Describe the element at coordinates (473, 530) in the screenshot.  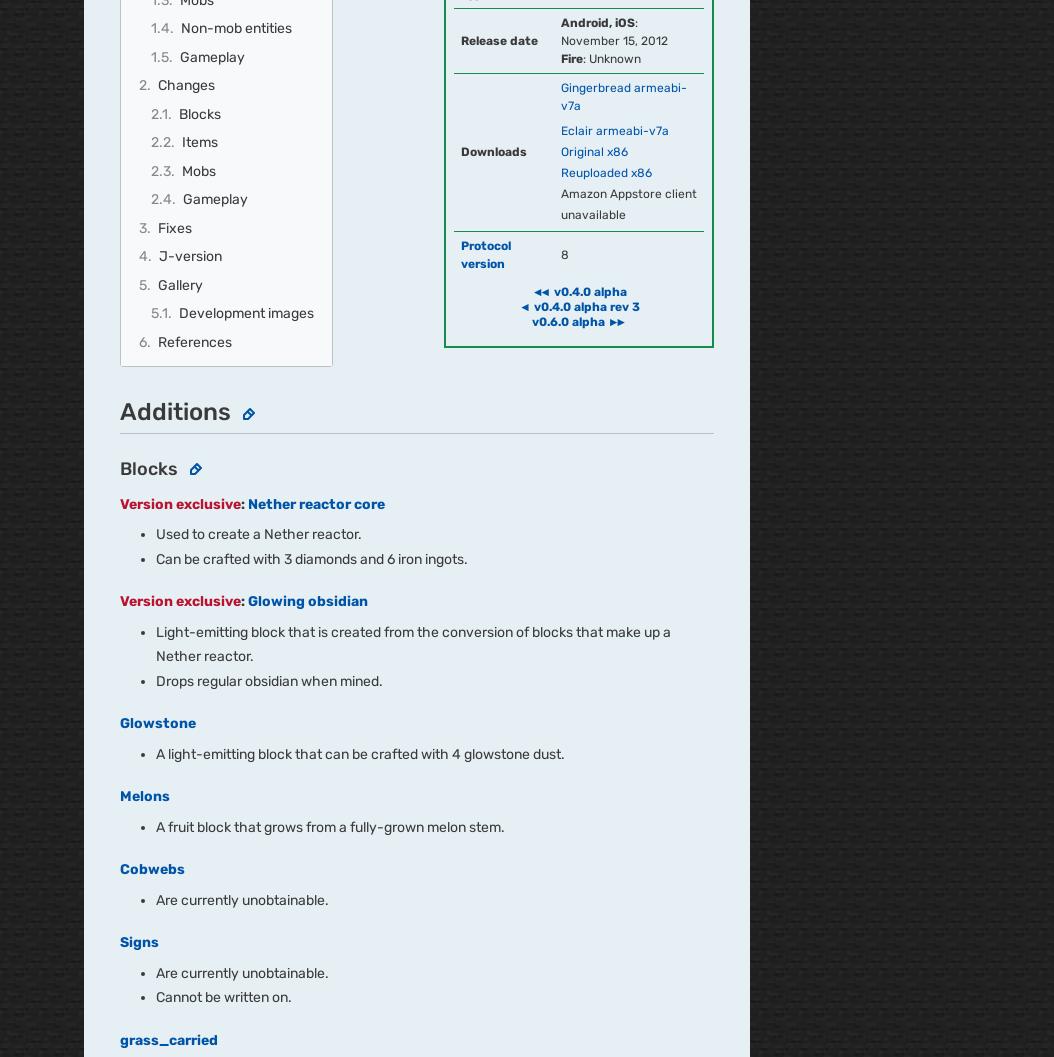
I see `'Terms of Use'` at that location.